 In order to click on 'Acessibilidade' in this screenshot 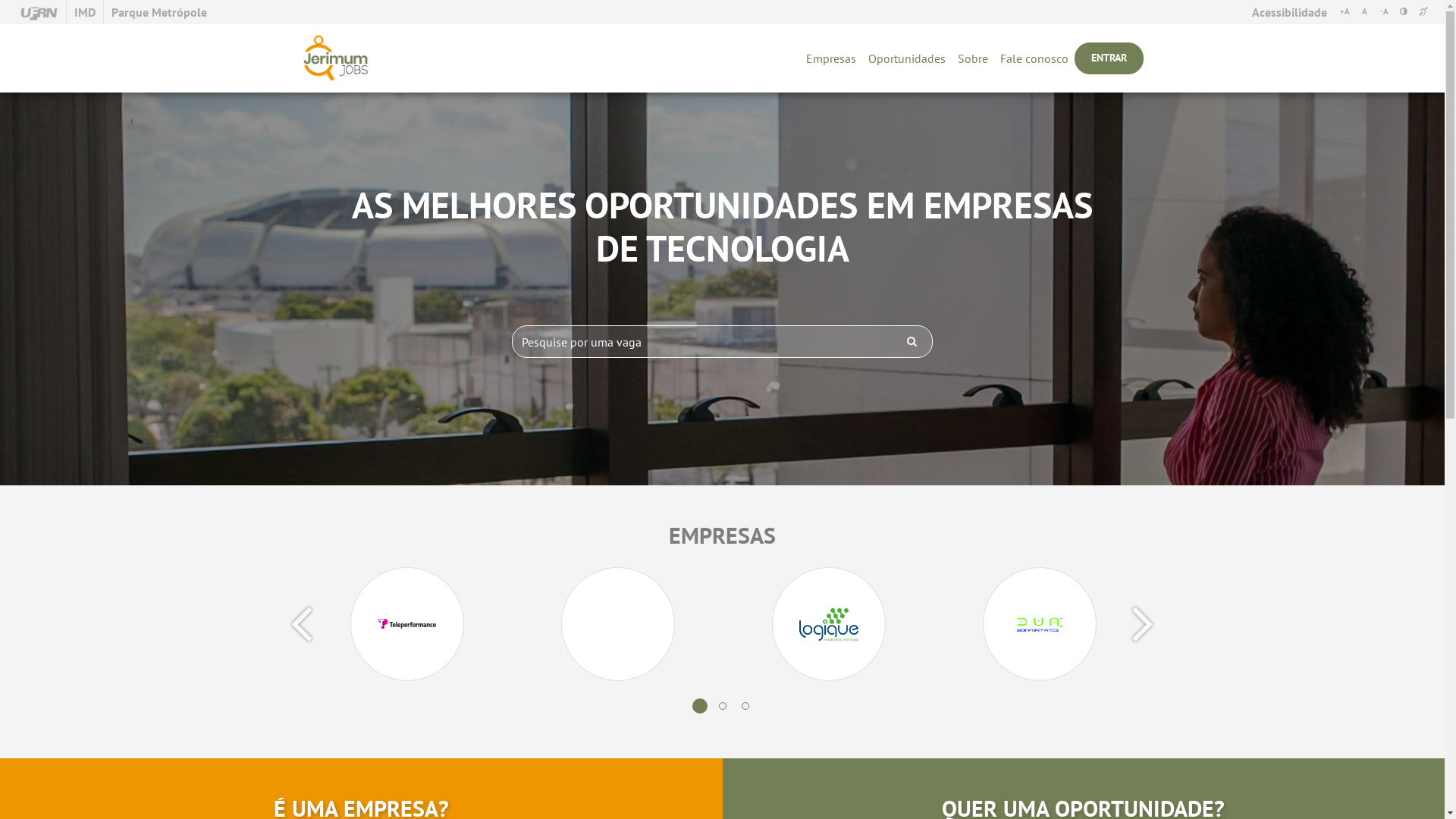, I will do `click(1288, 11)`.